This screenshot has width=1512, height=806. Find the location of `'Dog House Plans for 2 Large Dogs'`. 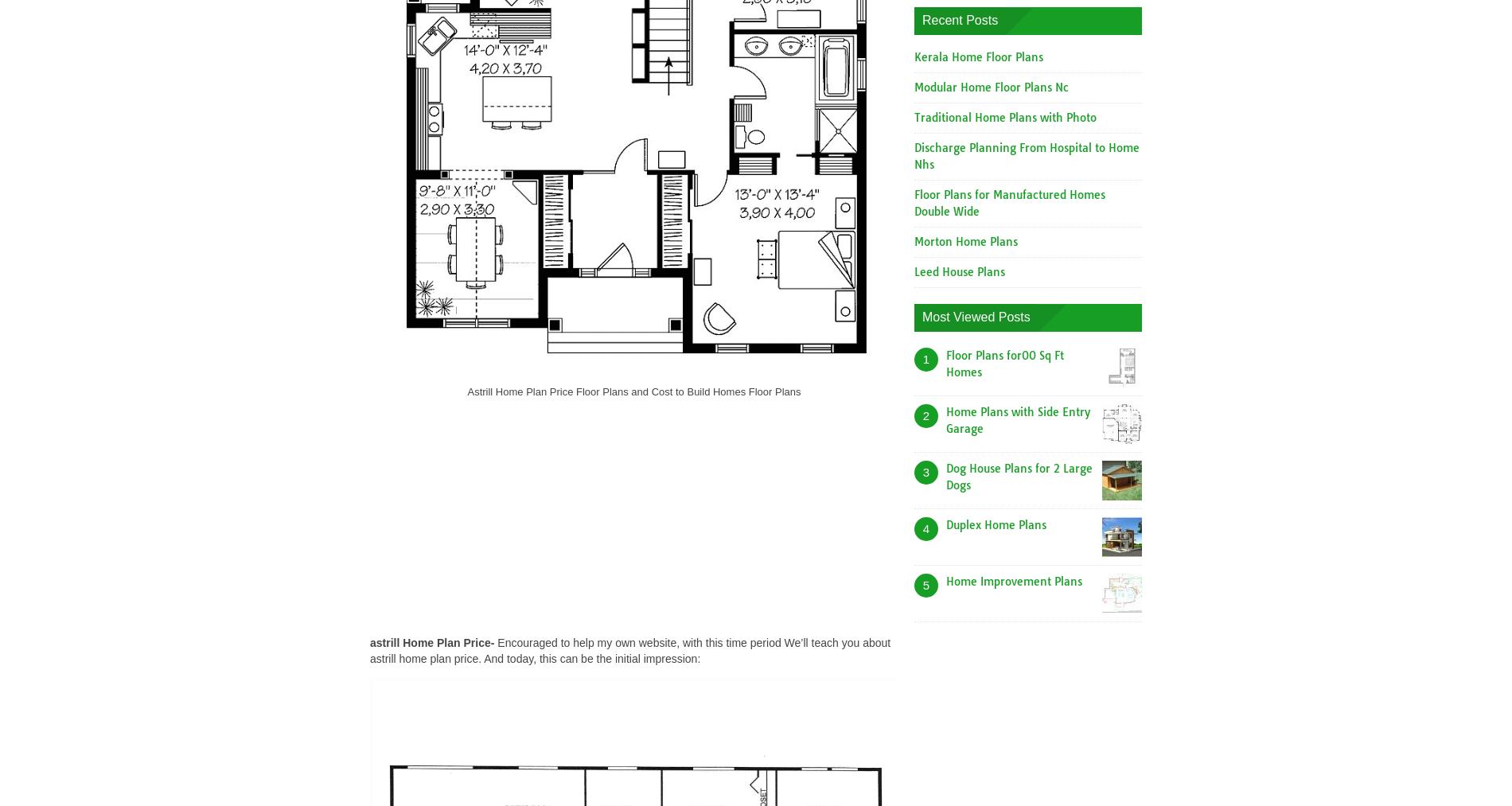

'Dog House Plans for 2 Large Dogs' is located at coordinates (945, 476).